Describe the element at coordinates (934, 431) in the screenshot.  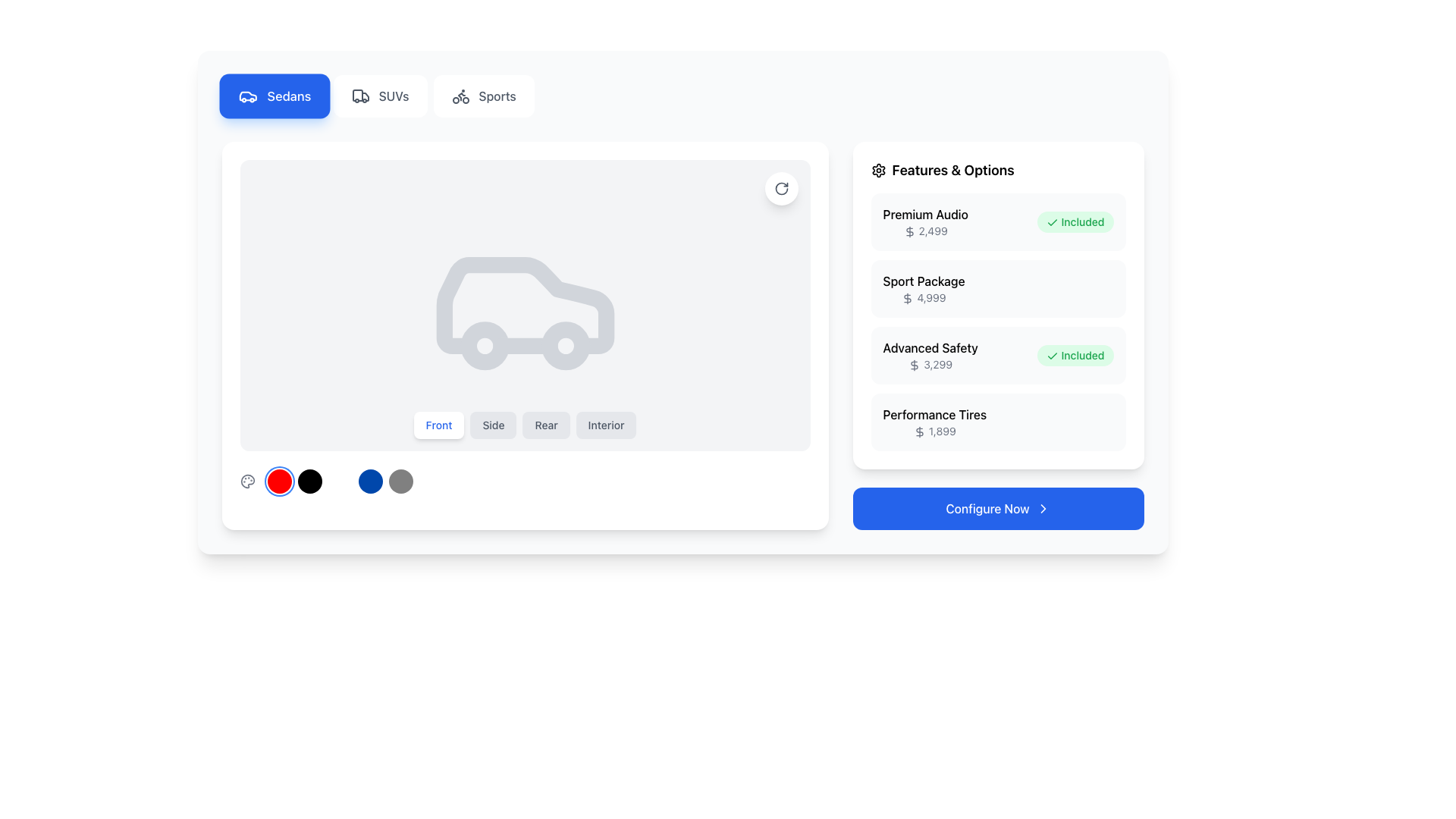
I see `the price label displaying '1,899' in gray text, located beneath the 'Performance Tires' section title in the 'Features & Options' panel` at that location.